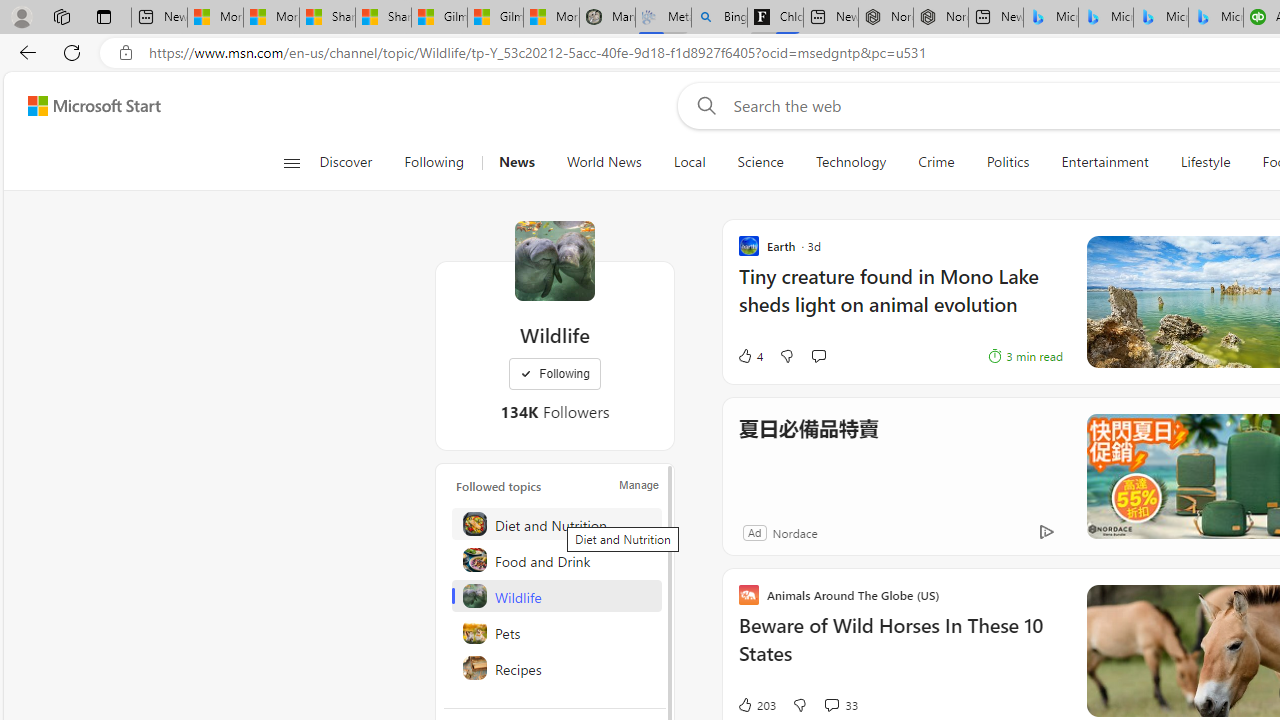 The width and height of the screenshot is (1280, 720). Describe the element at coordinates (638, 484) in the screenshot. I see `'Manage'` at that location.